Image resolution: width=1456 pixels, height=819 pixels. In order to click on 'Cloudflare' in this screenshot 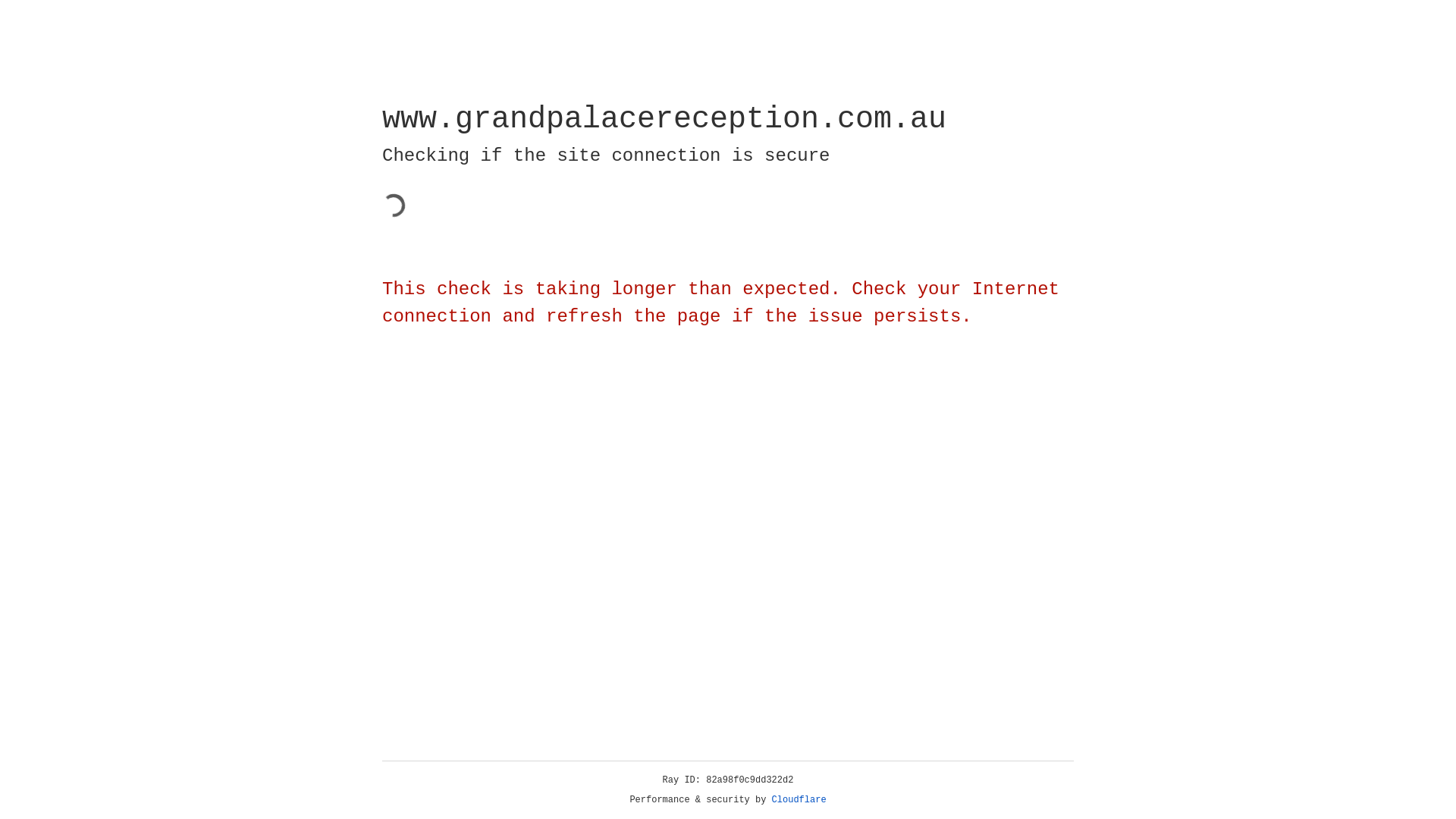, I will do `click(799, 799)`.